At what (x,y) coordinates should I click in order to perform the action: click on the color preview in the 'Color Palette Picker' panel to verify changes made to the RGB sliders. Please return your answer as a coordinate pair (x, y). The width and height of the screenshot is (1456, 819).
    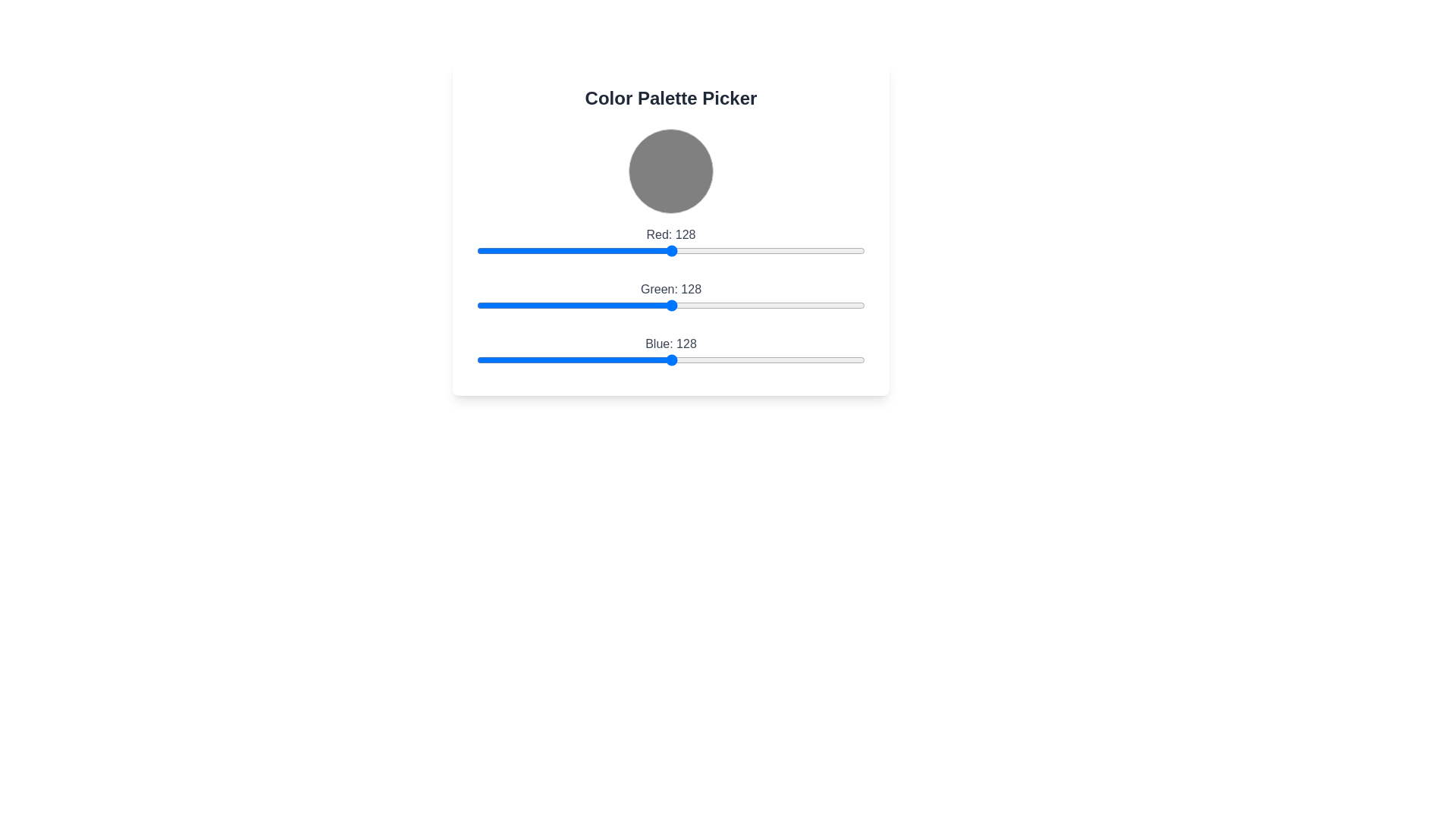
    Looking at the image, I should click on (670, 228).